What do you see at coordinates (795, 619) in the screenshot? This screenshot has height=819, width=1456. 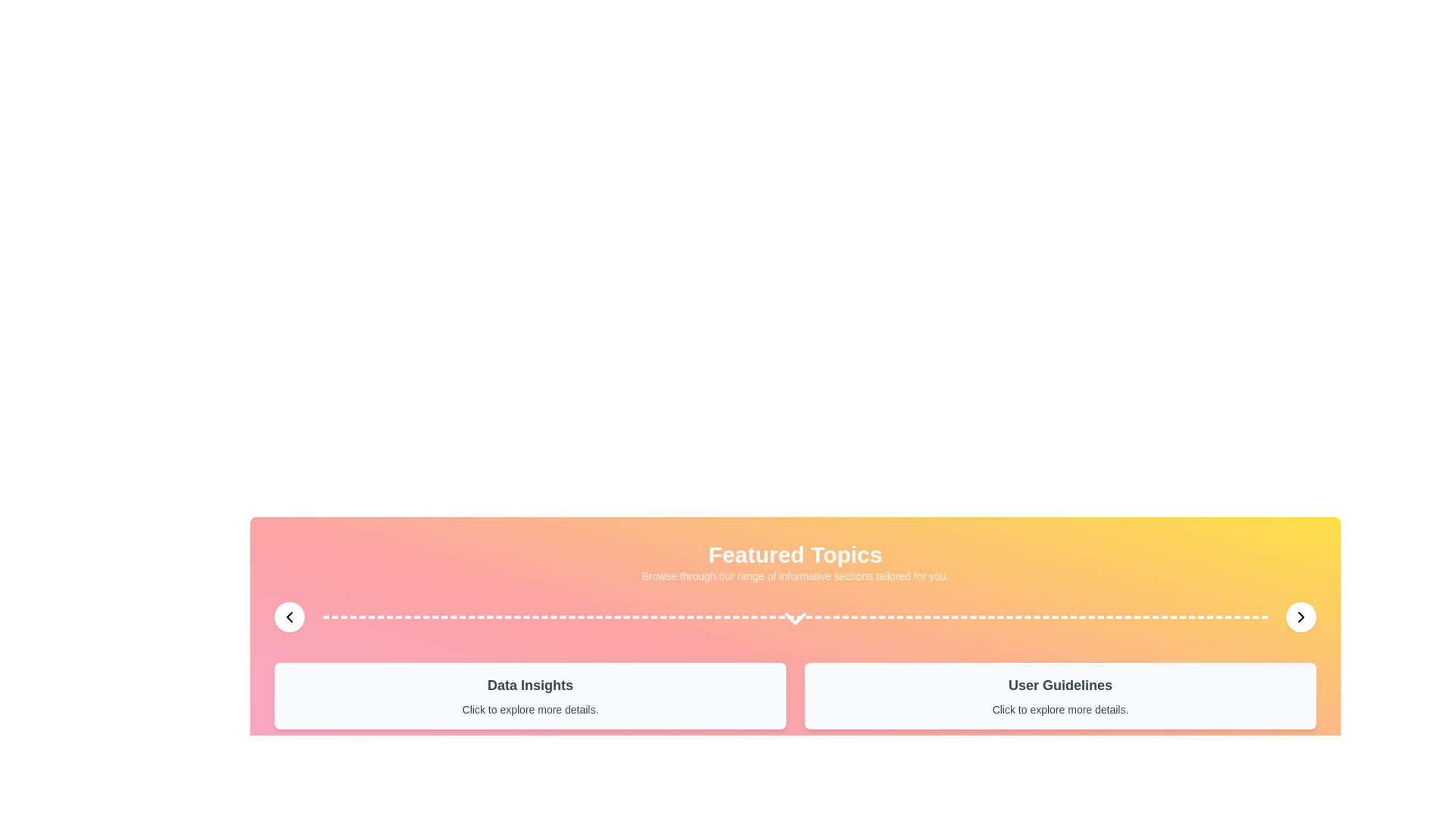 I see `the downward-pointing chevron-shaped icon within the SVG graphic, located under the 'Featured Topics' headline, centered horizontally` at bounding box center [795, 619].